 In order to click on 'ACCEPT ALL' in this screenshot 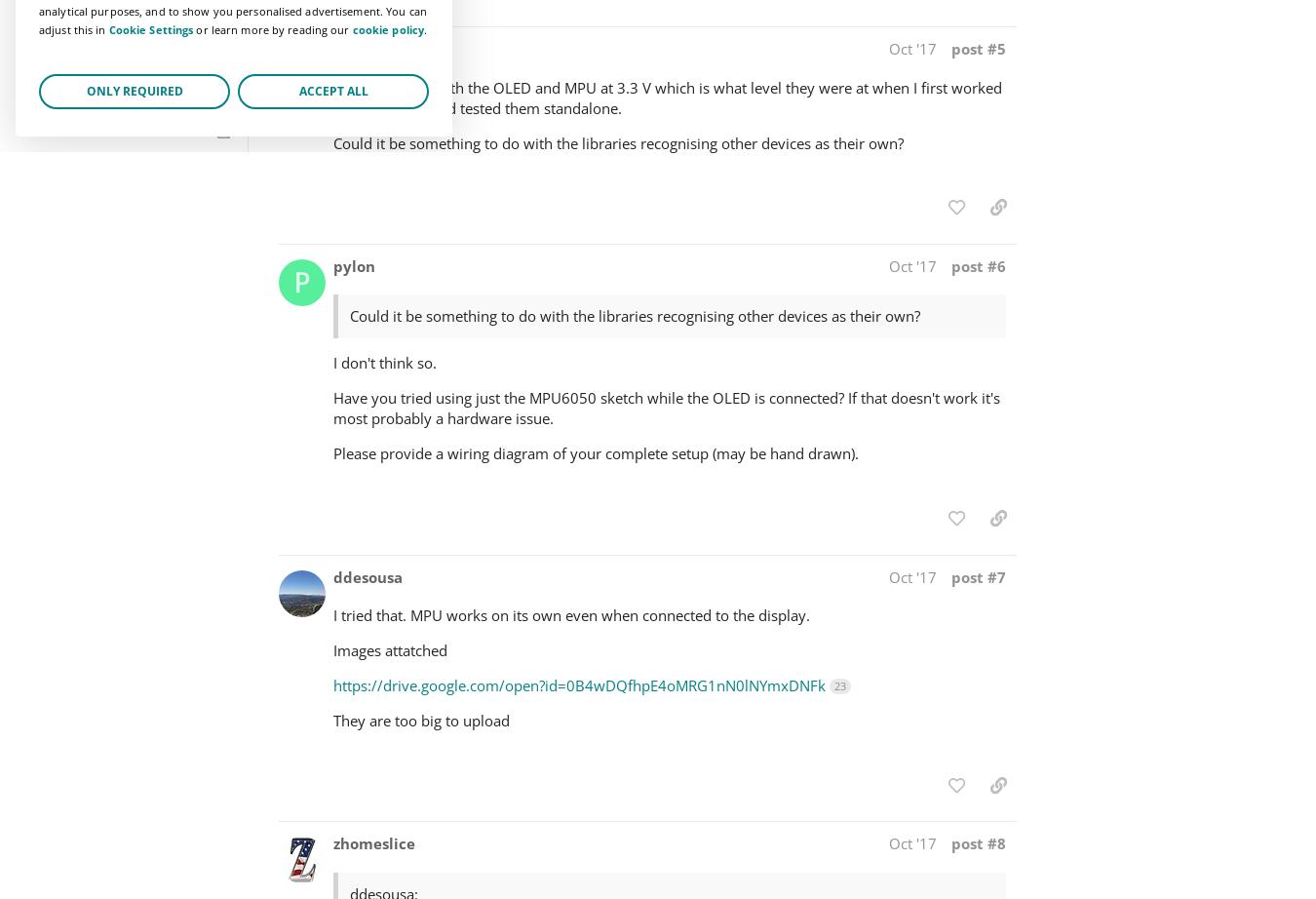, I will do `click(332, 90)`.